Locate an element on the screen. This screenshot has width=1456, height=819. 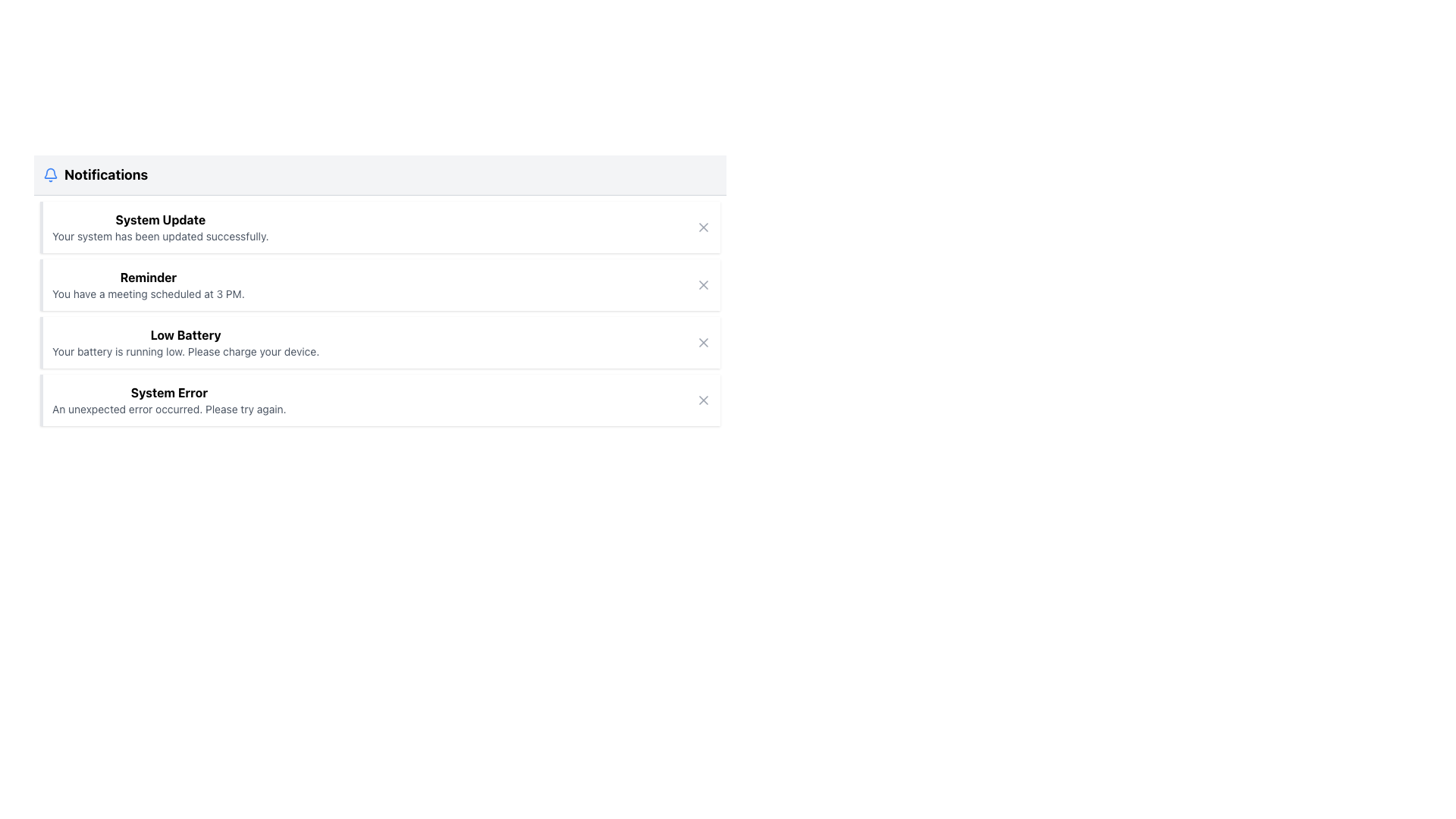
notification content of the 'Reminder' text block that states 'You have a meeting scheduled at 3 PM.' is located at coordinates (148, 284).